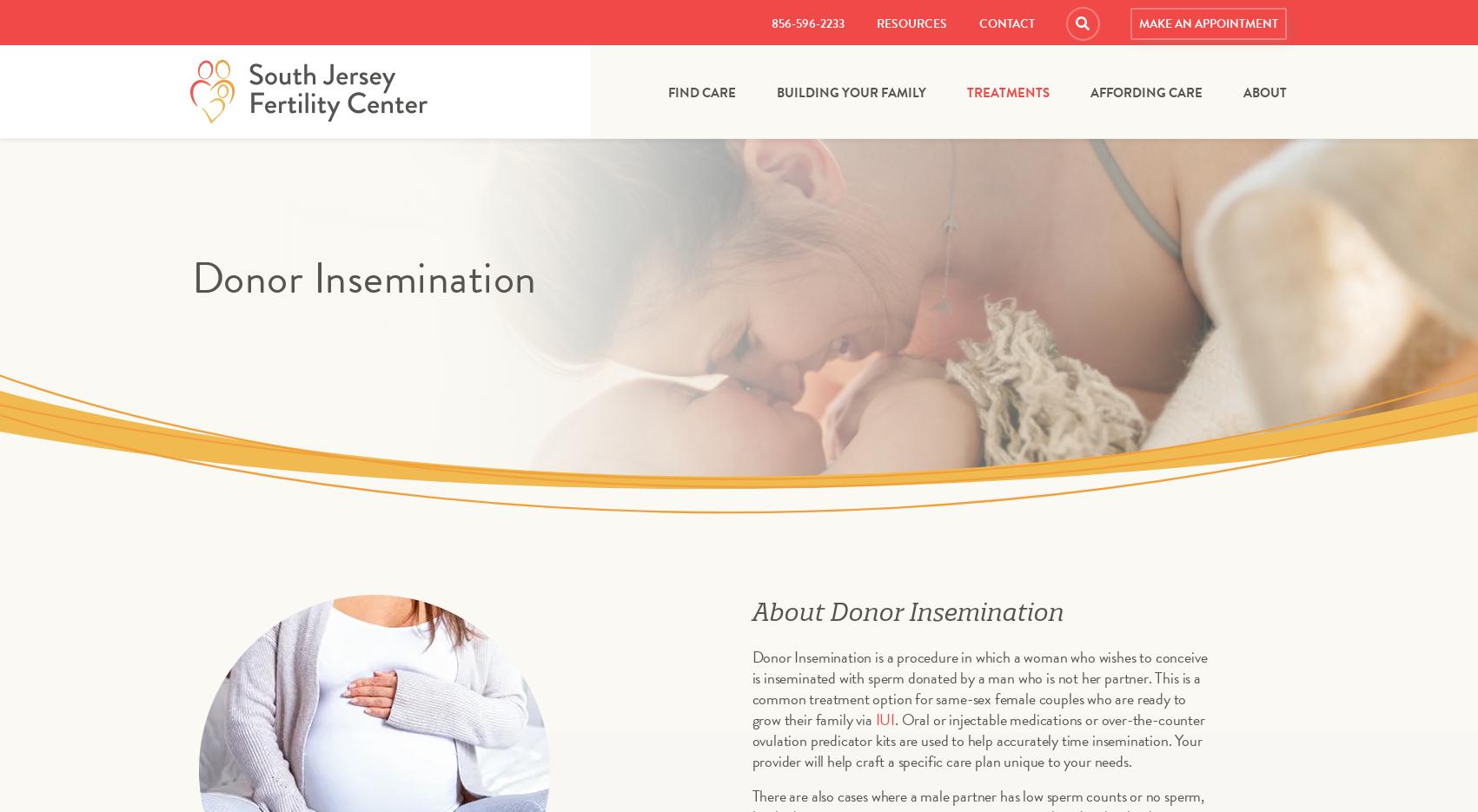  What do you see at coordinates (1006, 91) in the screenshot?
I see `'Treatments'` at bounding box center [1006, 91].